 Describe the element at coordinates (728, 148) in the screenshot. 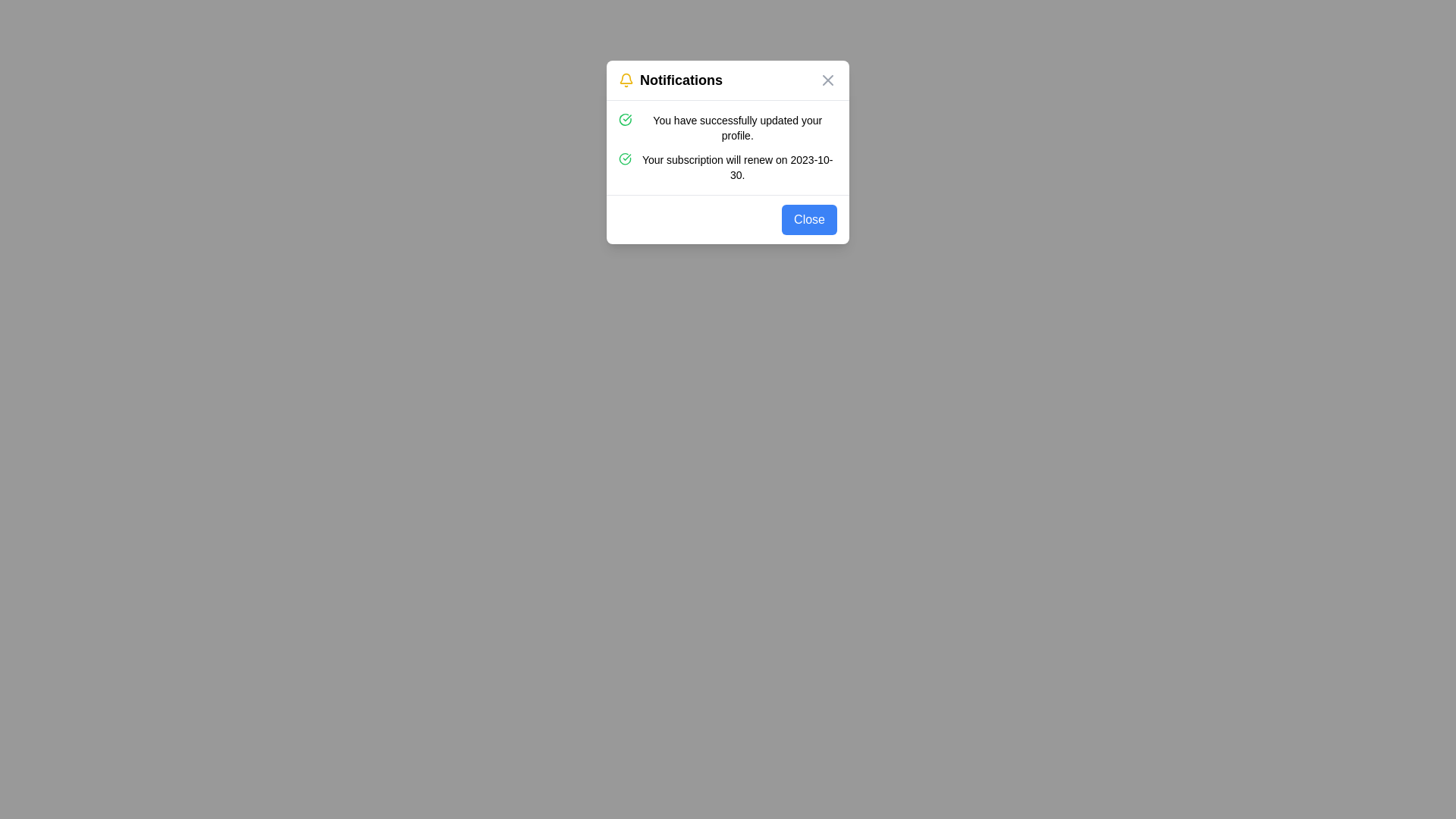

I see `confirmation messages in the Text content area located within the modal dialog box, situated below the 'Notifications' header and above the 'Close' button` at that location.